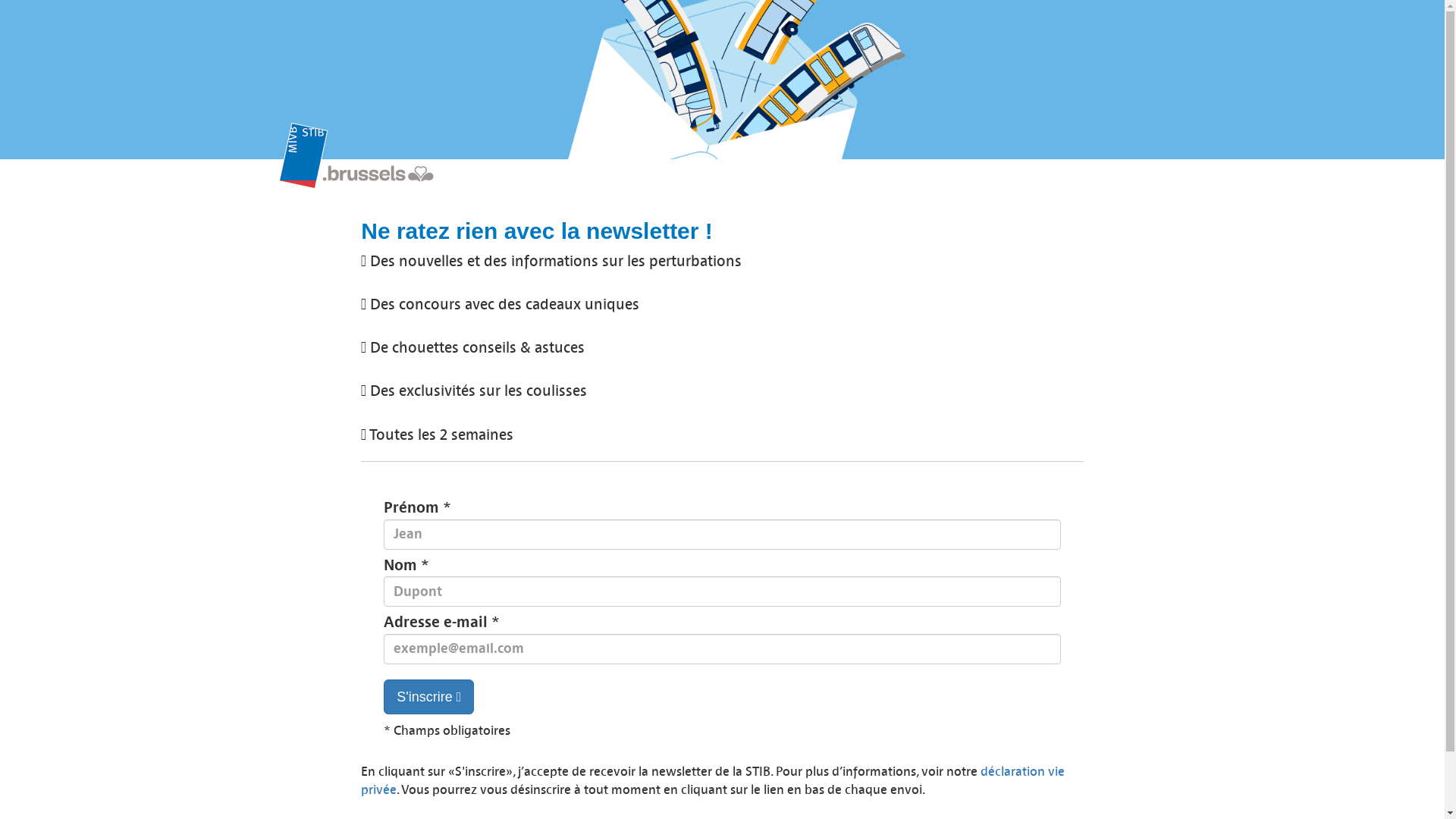 The image size is (1456, 819). I want to click on 'STIB/MIVB', so click(279, 162).